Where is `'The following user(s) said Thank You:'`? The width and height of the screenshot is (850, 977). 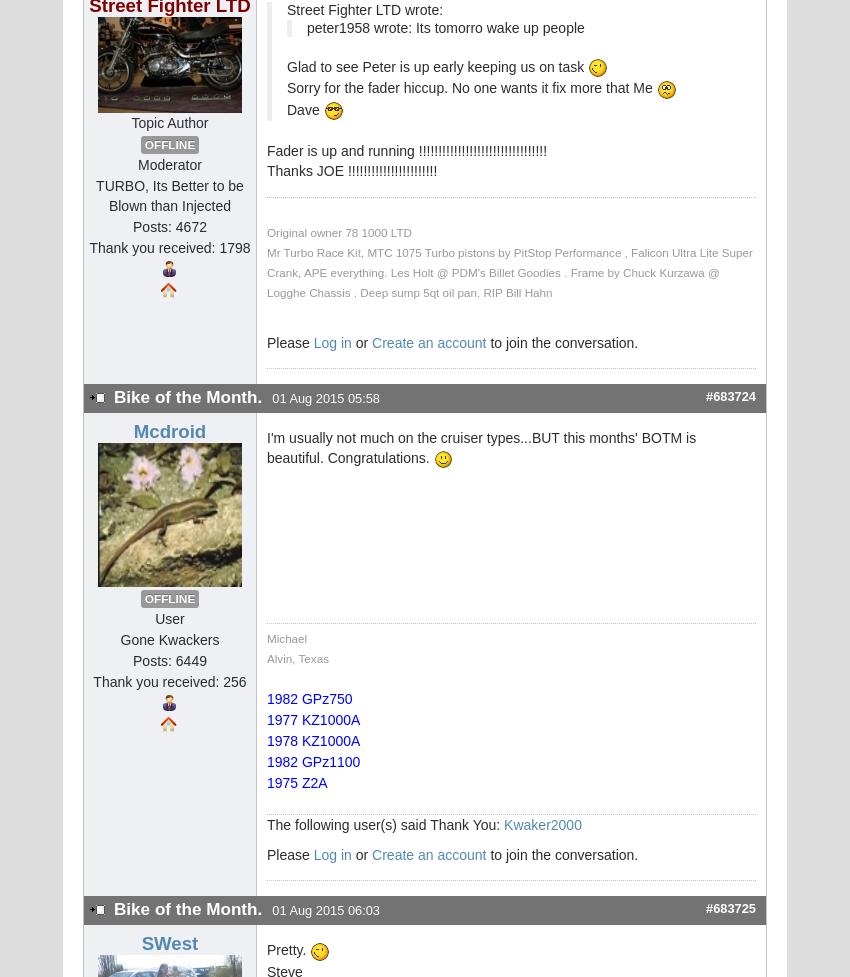
'The following user(s) said Thank You:' is located at coordinates (265, 823).